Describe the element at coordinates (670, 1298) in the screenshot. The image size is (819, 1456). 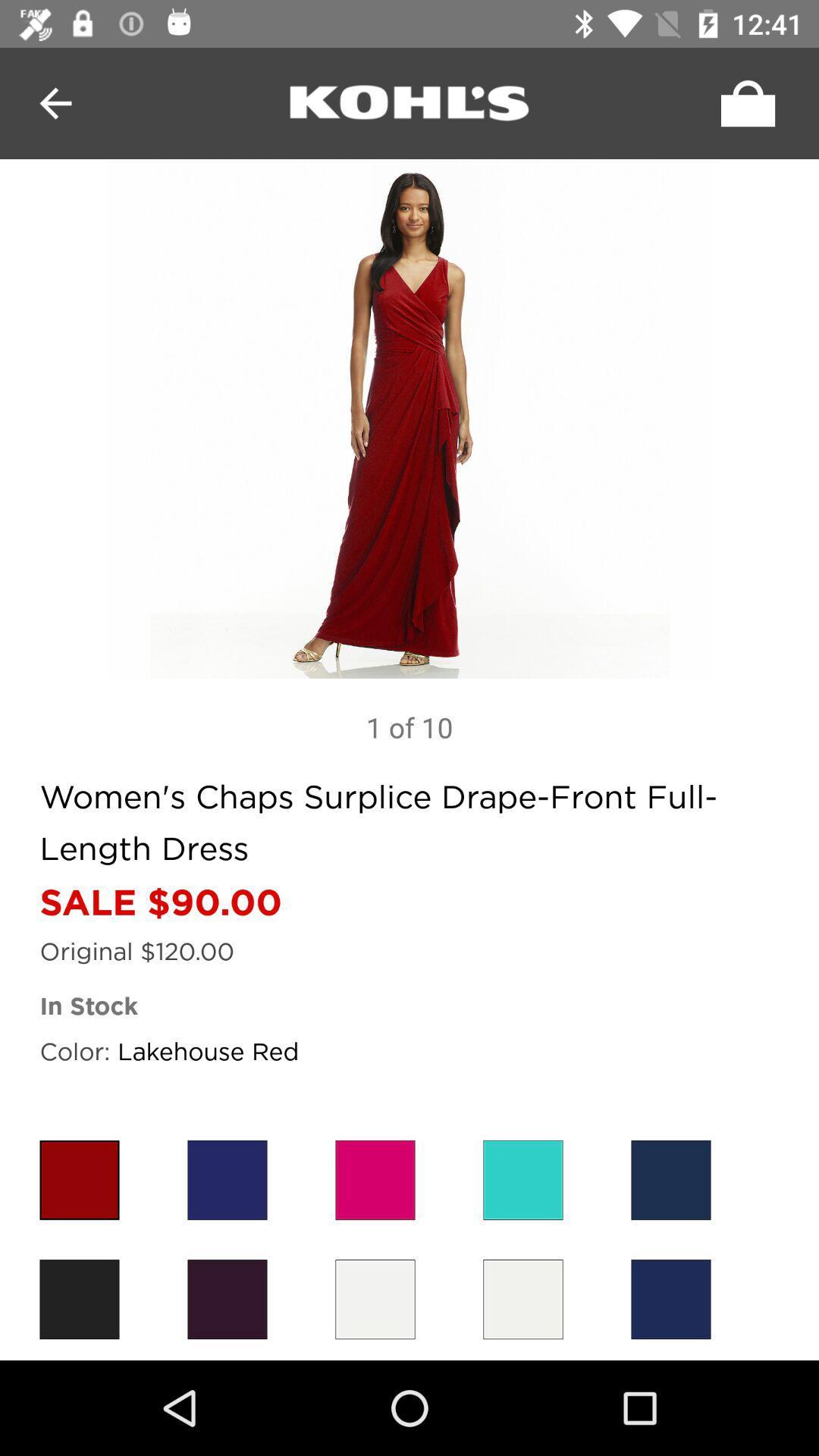
I see `colour choosen` at that location.